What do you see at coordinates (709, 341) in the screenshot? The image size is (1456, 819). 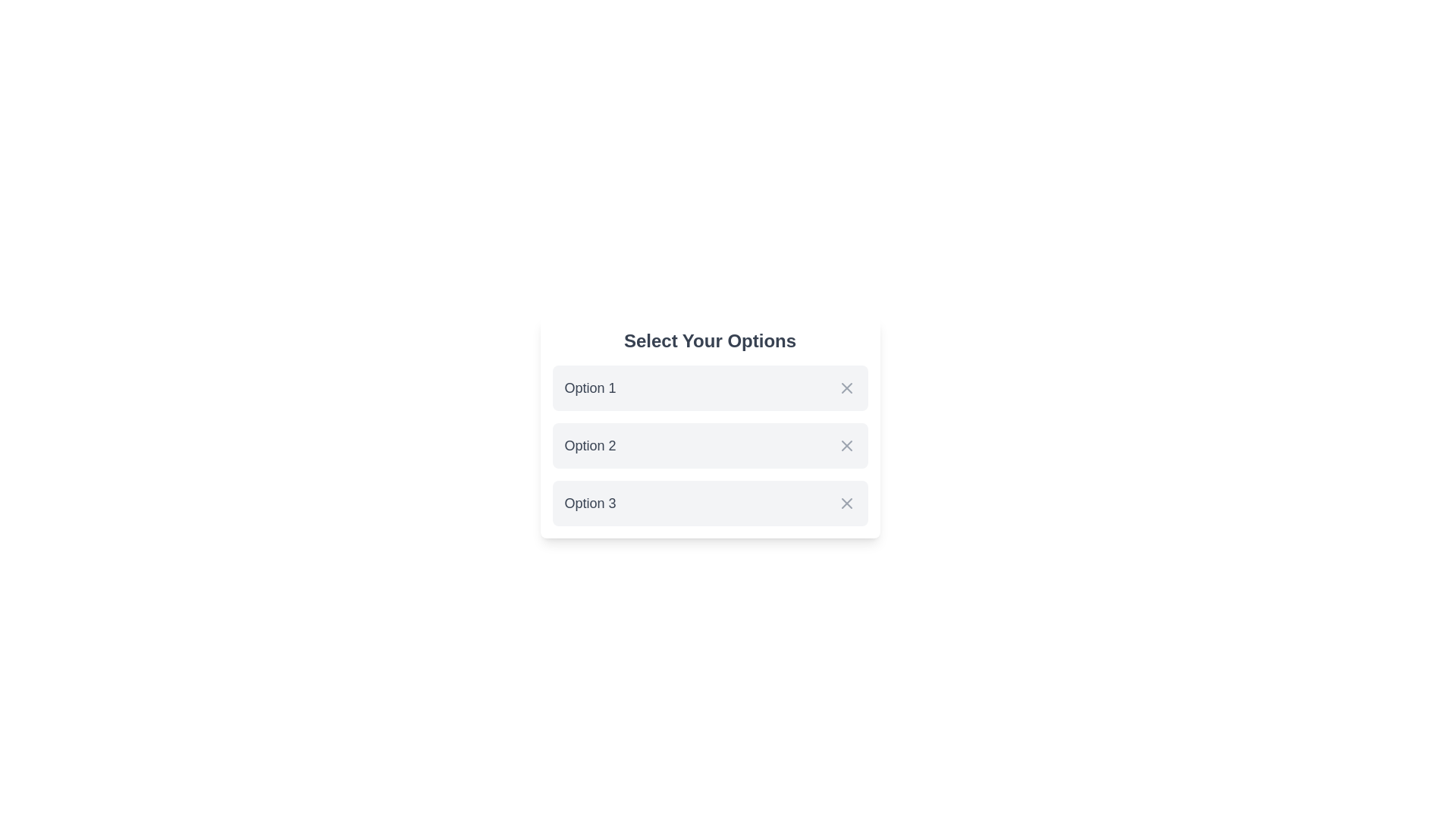 I see `the Text Label that serves as a title or heading for the selectable options below it, located at the top-center of a white rounded rectangle` at bounding box center [709, 341].